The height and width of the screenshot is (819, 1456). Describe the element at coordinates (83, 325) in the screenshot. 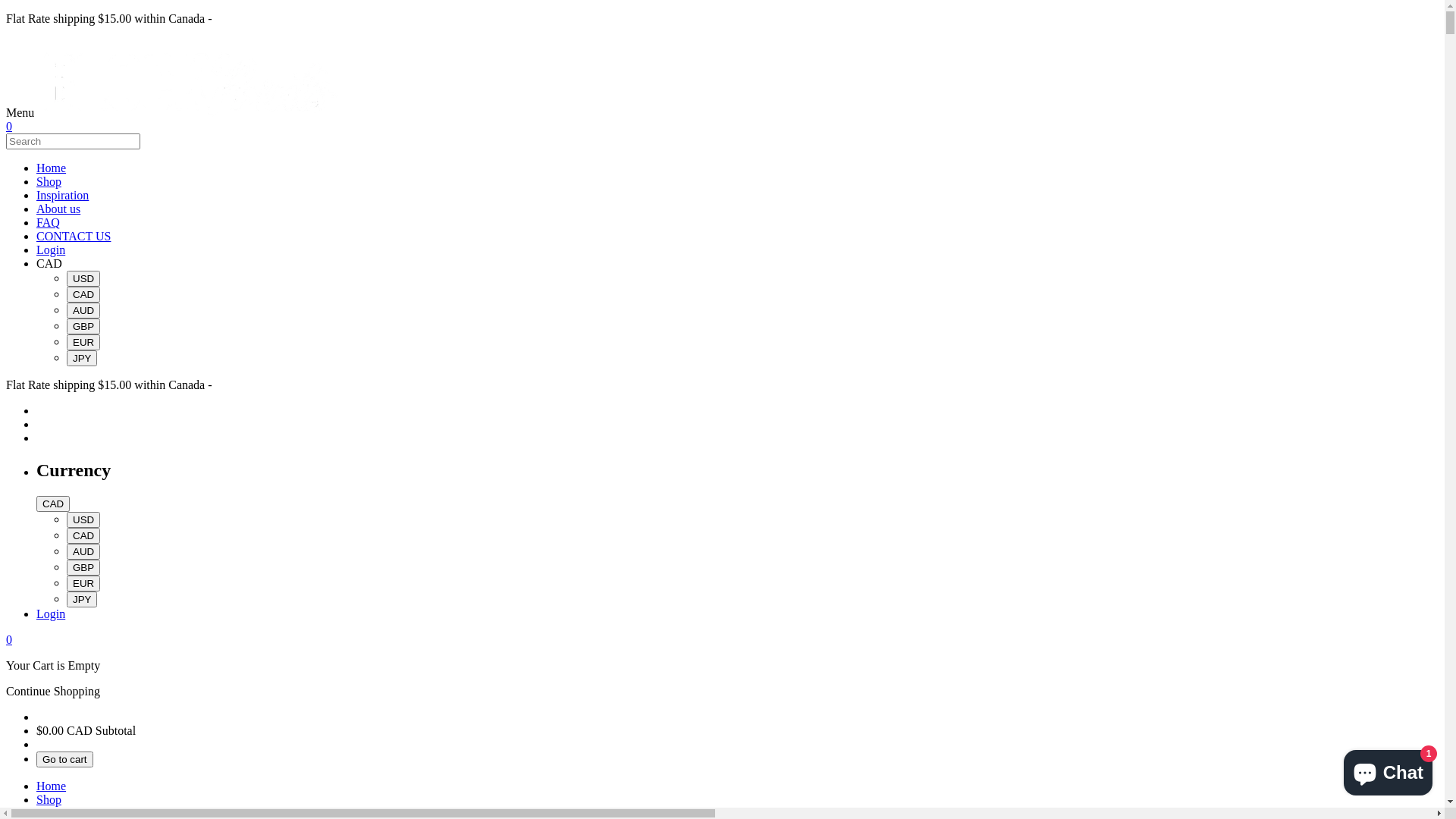

I see `'GBP'` at that location.